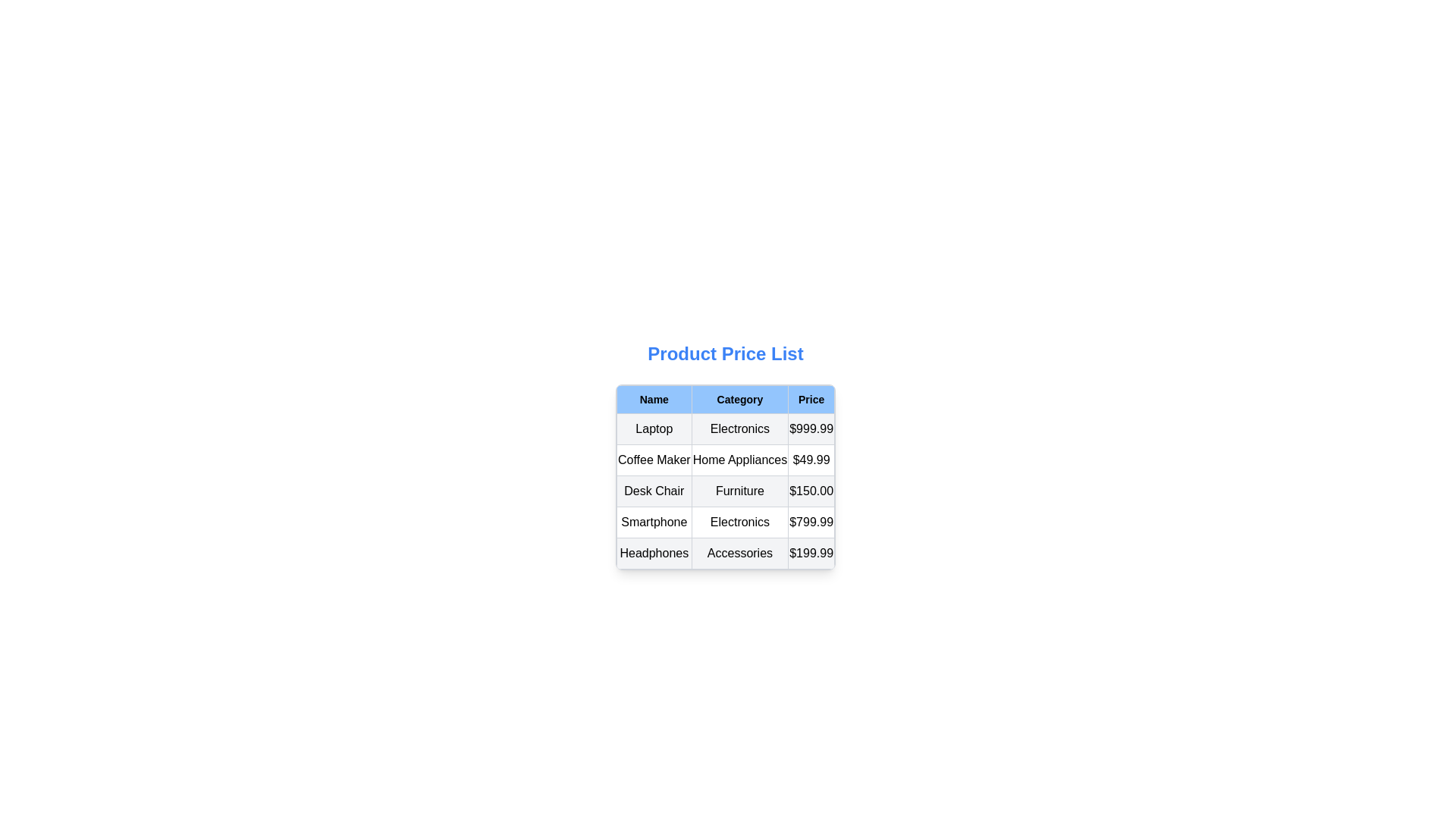 The height and width of the screenshot is (819, 1456). What do you see at coordinates (811, 399) in the screenshot?
I see `the 'Price' column header cell, which is the third cell in the first row of the table layout, located to the right of the 'Category' column` at bounding box center [811, 399].